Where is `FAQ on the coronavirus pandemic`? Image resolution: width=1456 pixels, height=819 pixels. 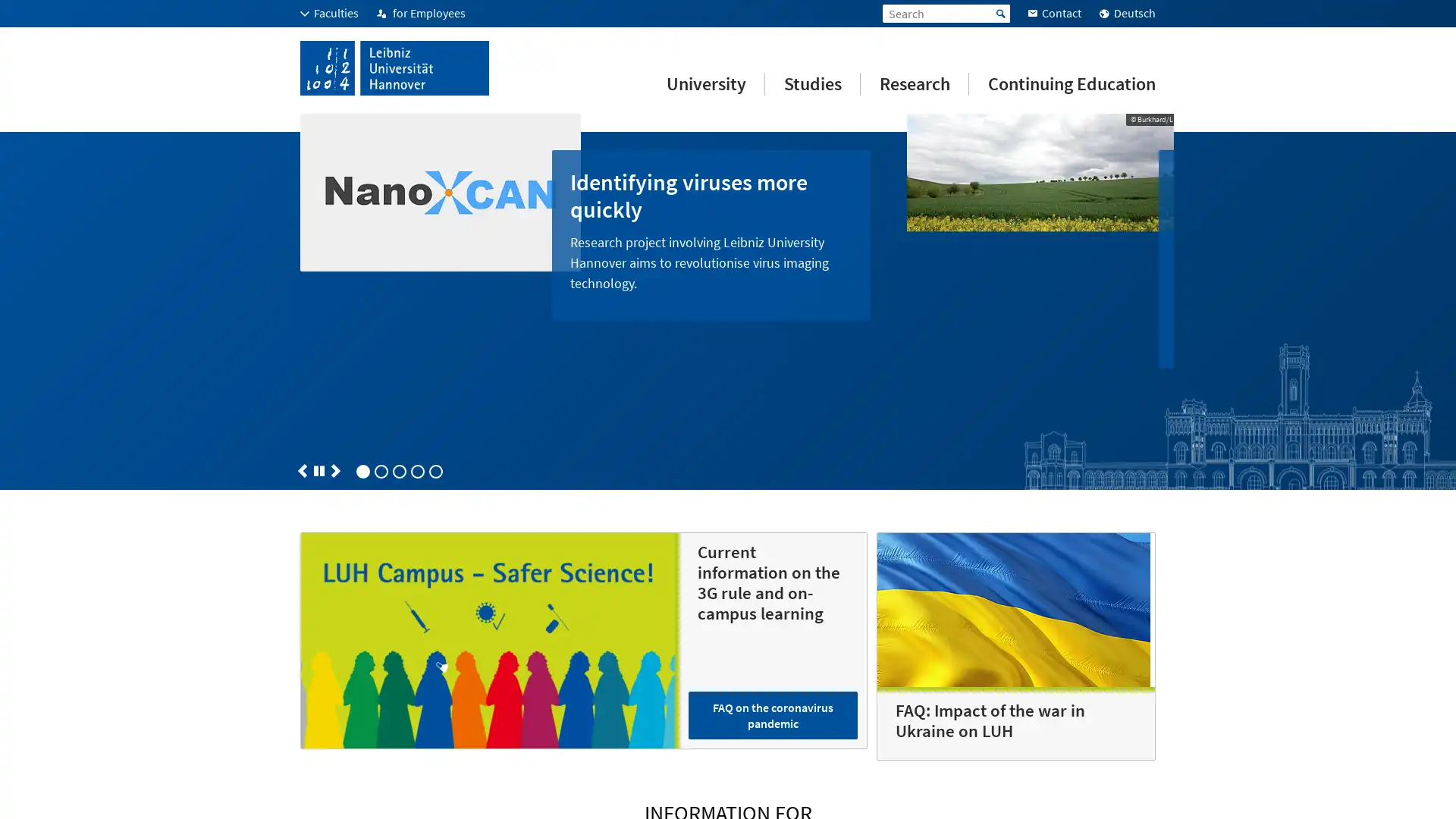 FAQ on the coronavirus pandemic is located at coordinates (772, 619).